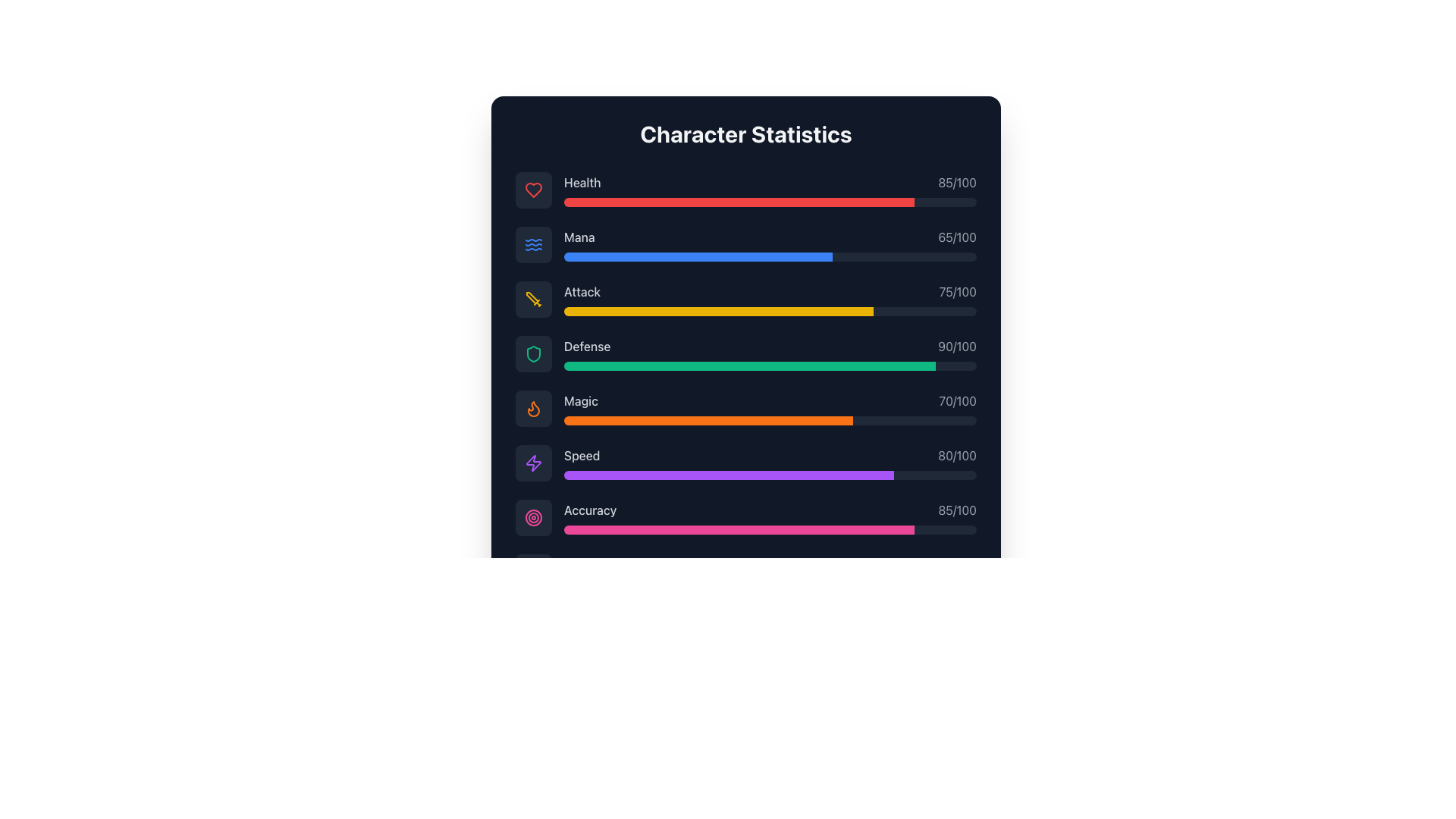 The image size is (1456, 819). I want to click on the icon representing the 'Accuracy' statistic category, located on the rightmost section of the interface, so click(534, 516).